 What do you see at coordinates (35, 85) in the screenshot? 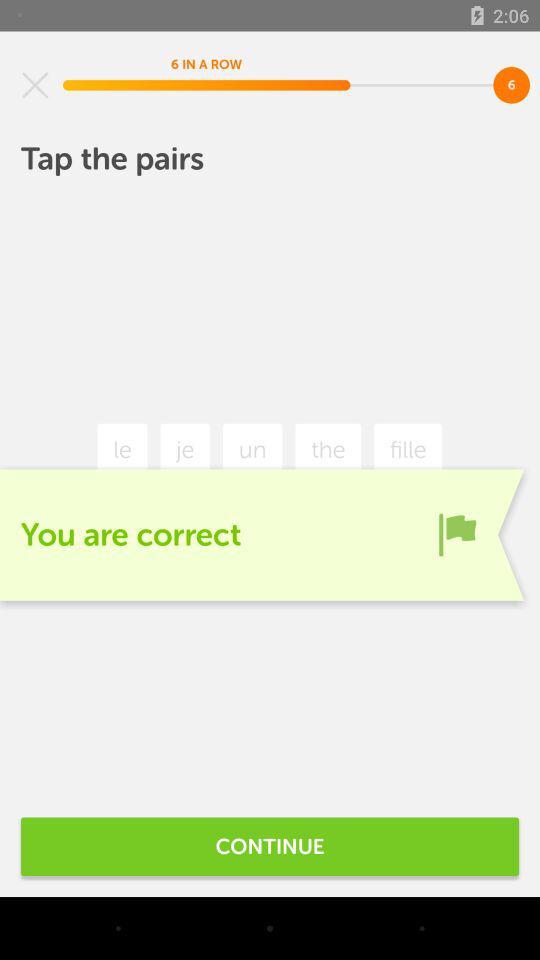
I see `the item above the tap the pairs icon` at bounding box center [35, 85].